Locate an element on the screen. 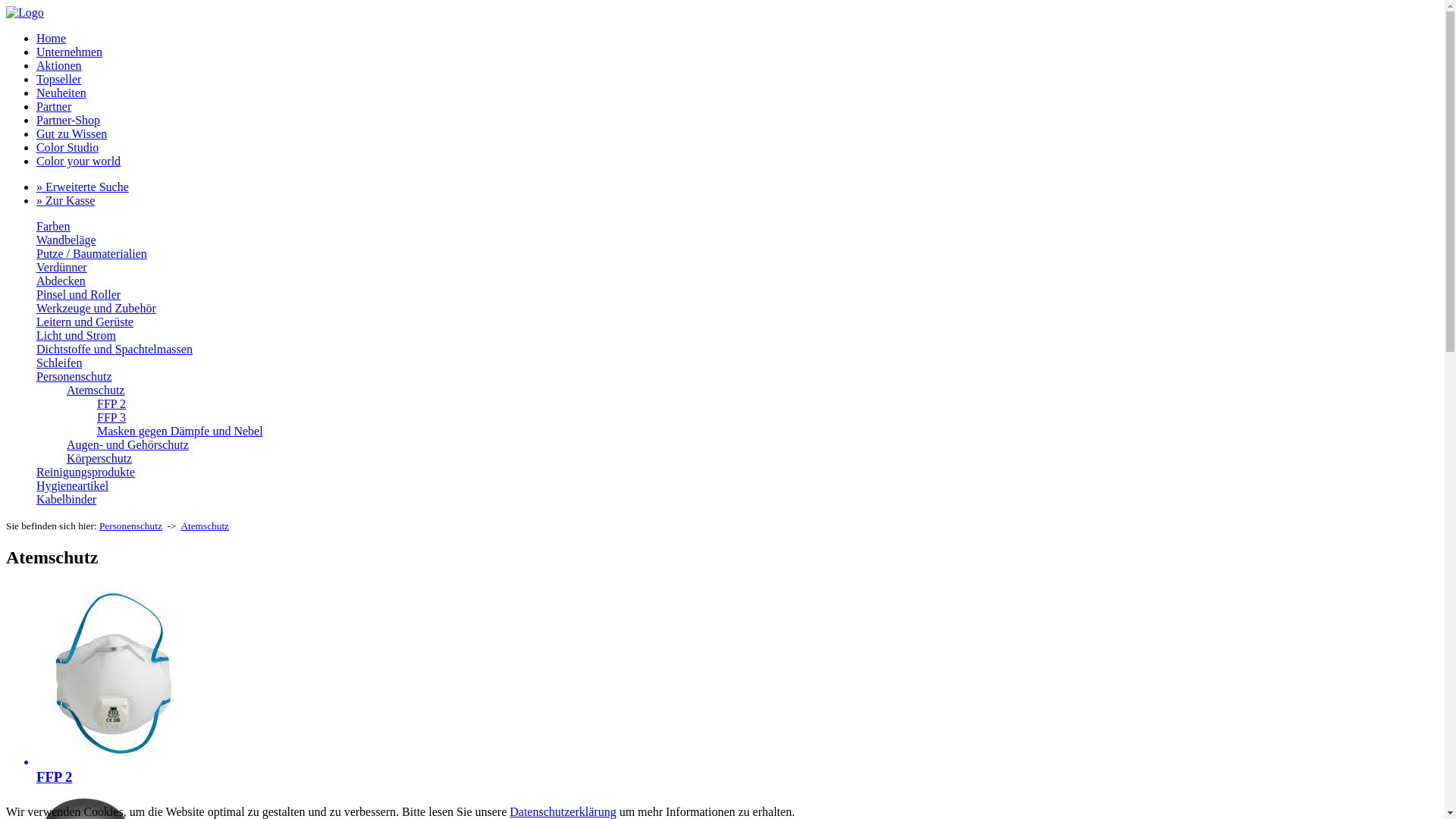 Image resolution: width=1456 pixels, height=819 pixels. 'Partner-Shop' is located at coordinates (67, 119).